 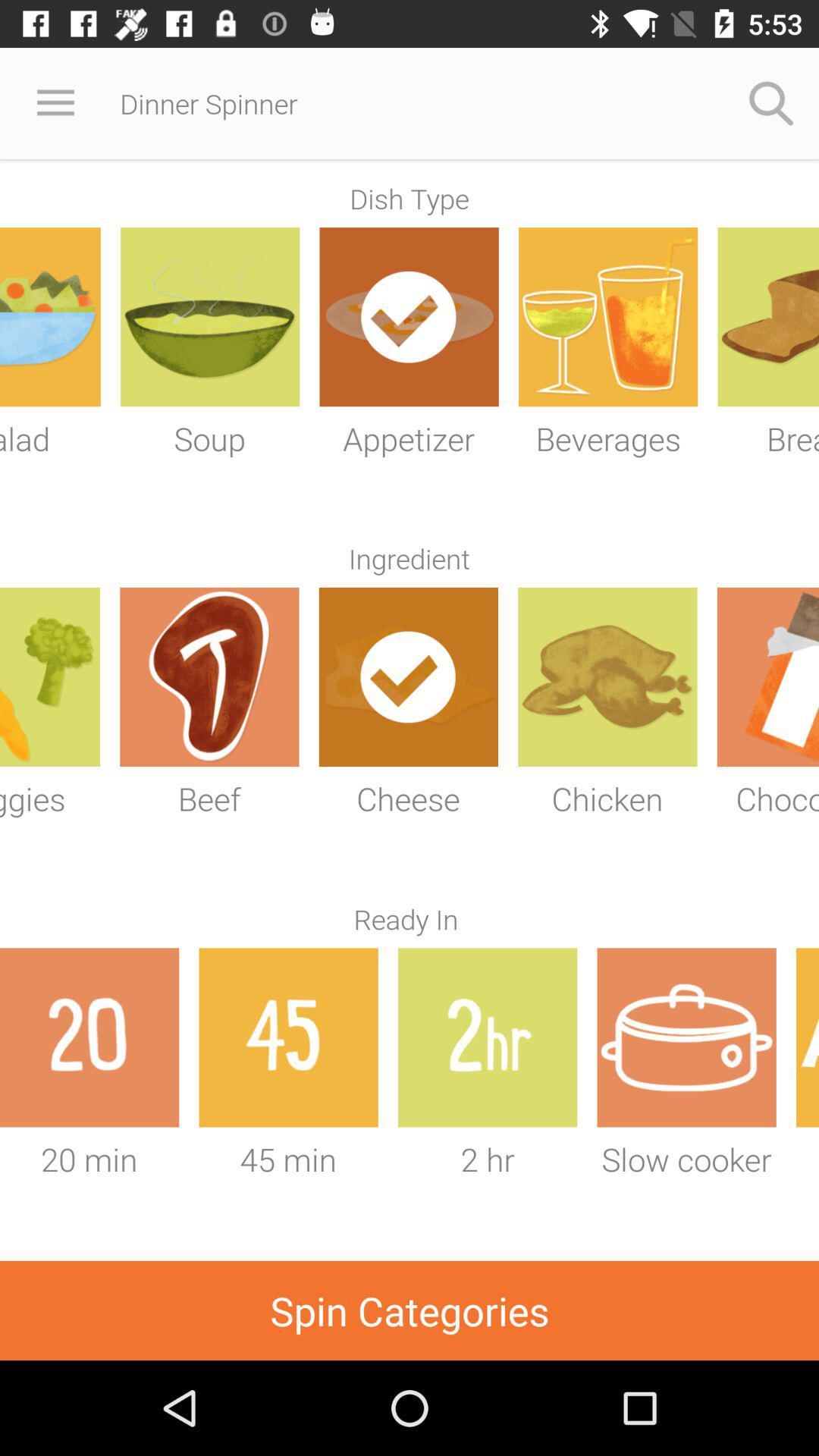 I want to click on the icon which is below dish type, so click(x=408, y=315).